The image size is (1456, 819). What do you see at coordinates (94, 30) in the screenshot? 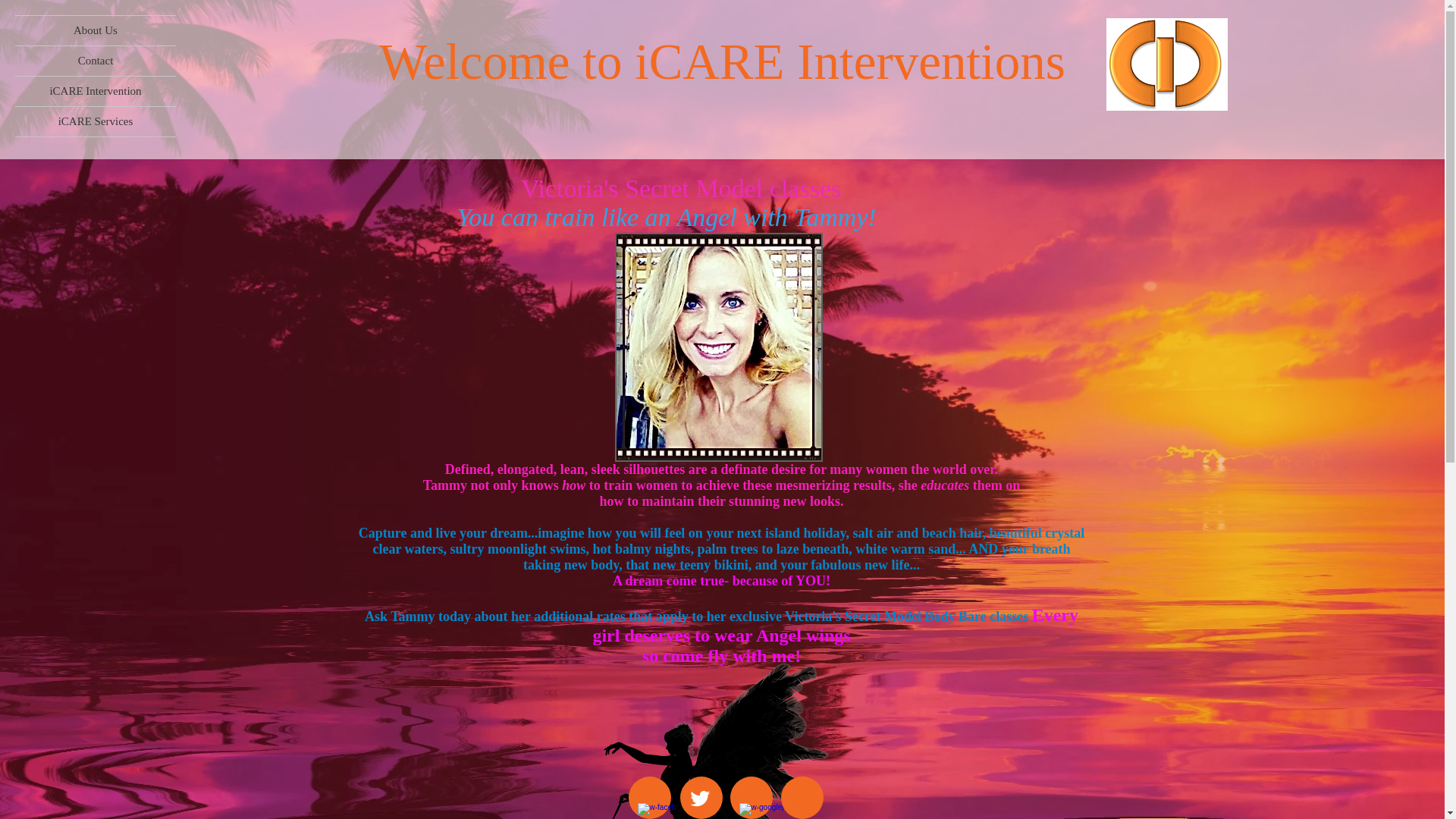
I see `'About Us'` at bounding box center [94, 30].